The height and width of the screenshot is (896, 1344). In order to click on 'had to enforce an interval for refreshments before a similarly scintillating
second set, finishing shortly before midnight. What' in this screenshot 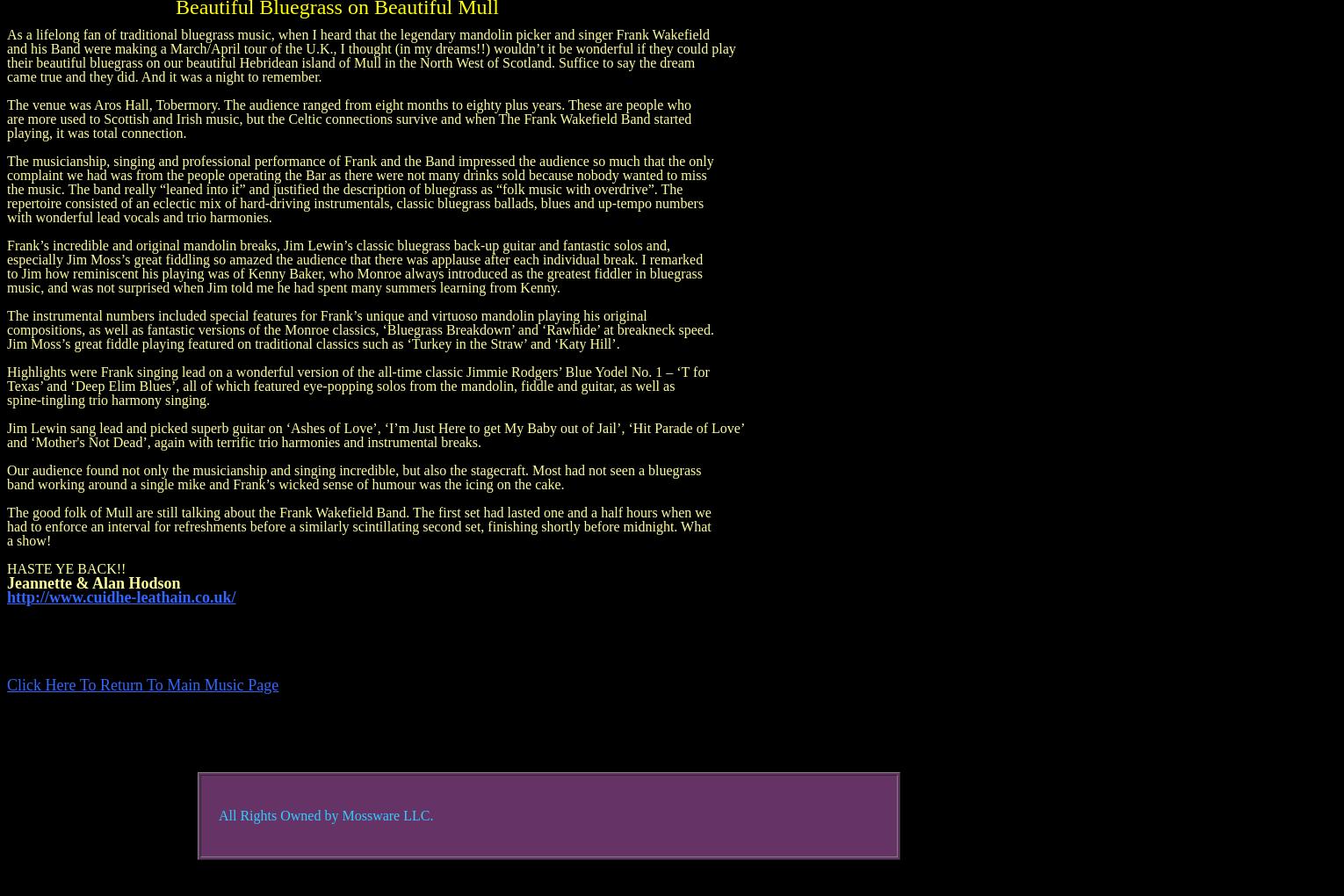, I will do `click(6, 525)`.